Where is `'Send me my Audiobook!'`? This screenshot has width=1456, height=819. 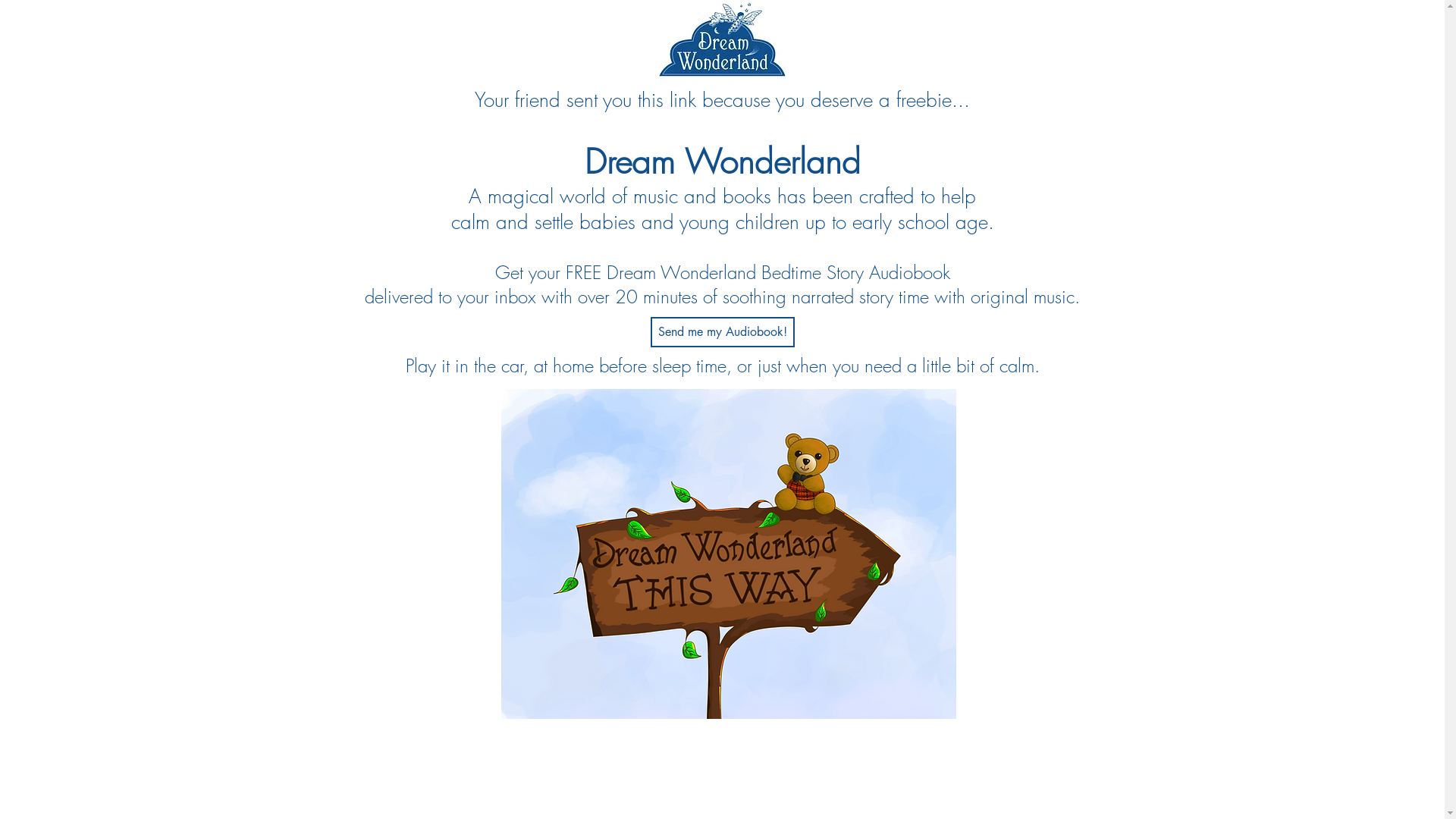 'Send me my Audiobook!' is located at coordinates (722, 331).